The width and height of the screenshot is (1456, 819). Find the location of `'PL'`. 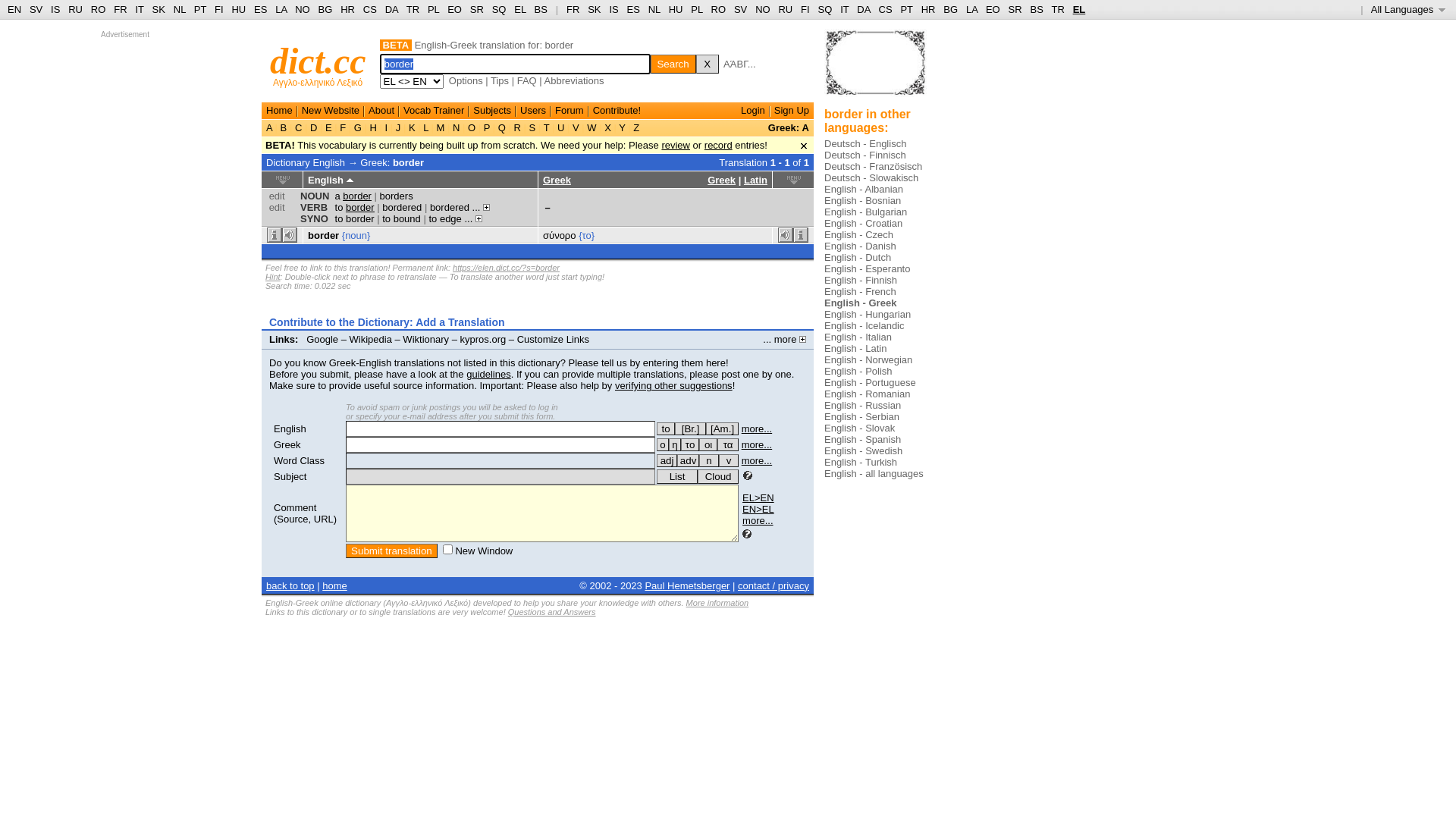

'PL' is located at coordinates (432, 9).